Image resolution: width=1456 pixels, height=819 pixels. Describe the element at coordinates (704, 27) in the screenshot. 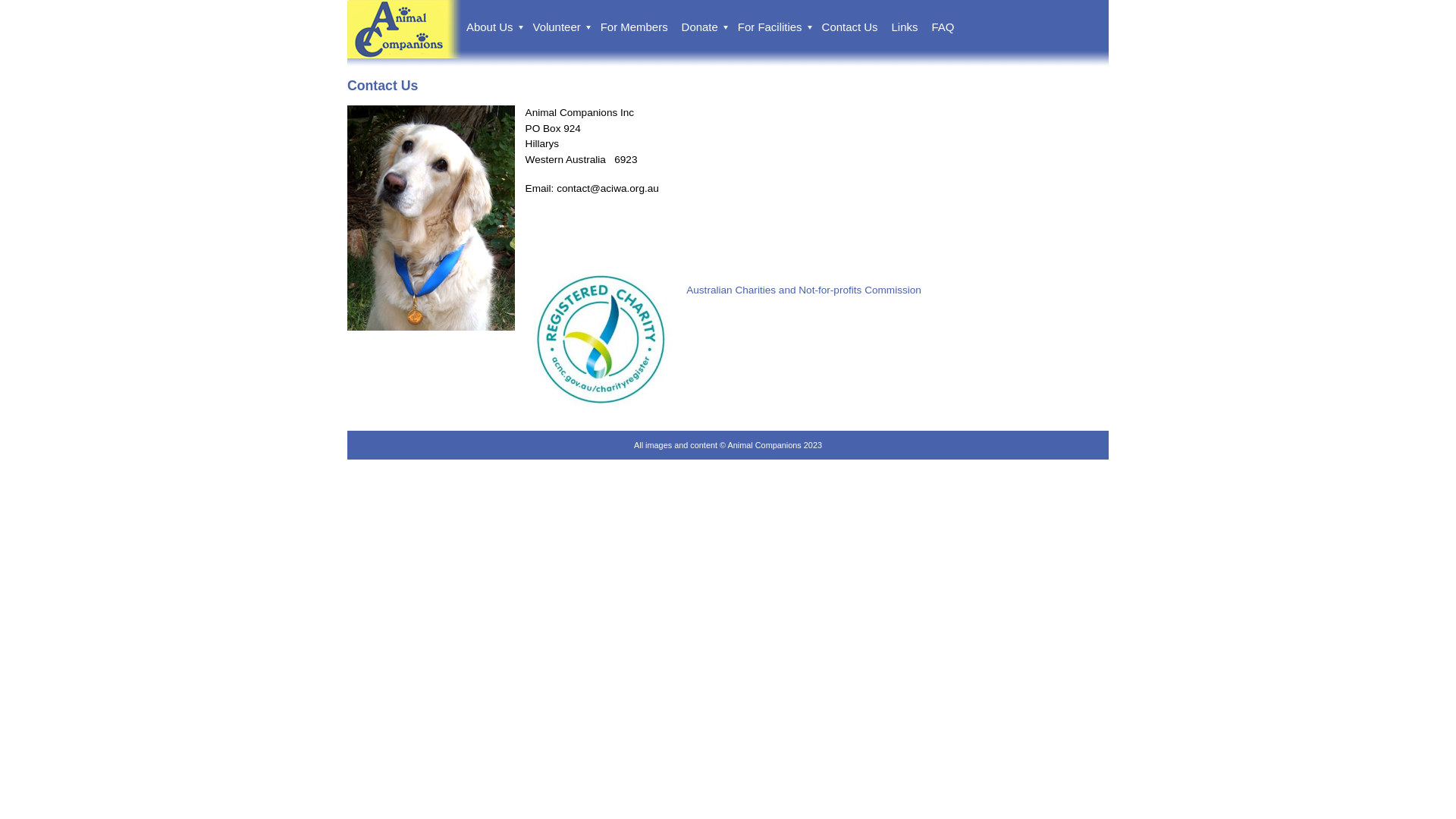

I see `'Donate'` at that location.